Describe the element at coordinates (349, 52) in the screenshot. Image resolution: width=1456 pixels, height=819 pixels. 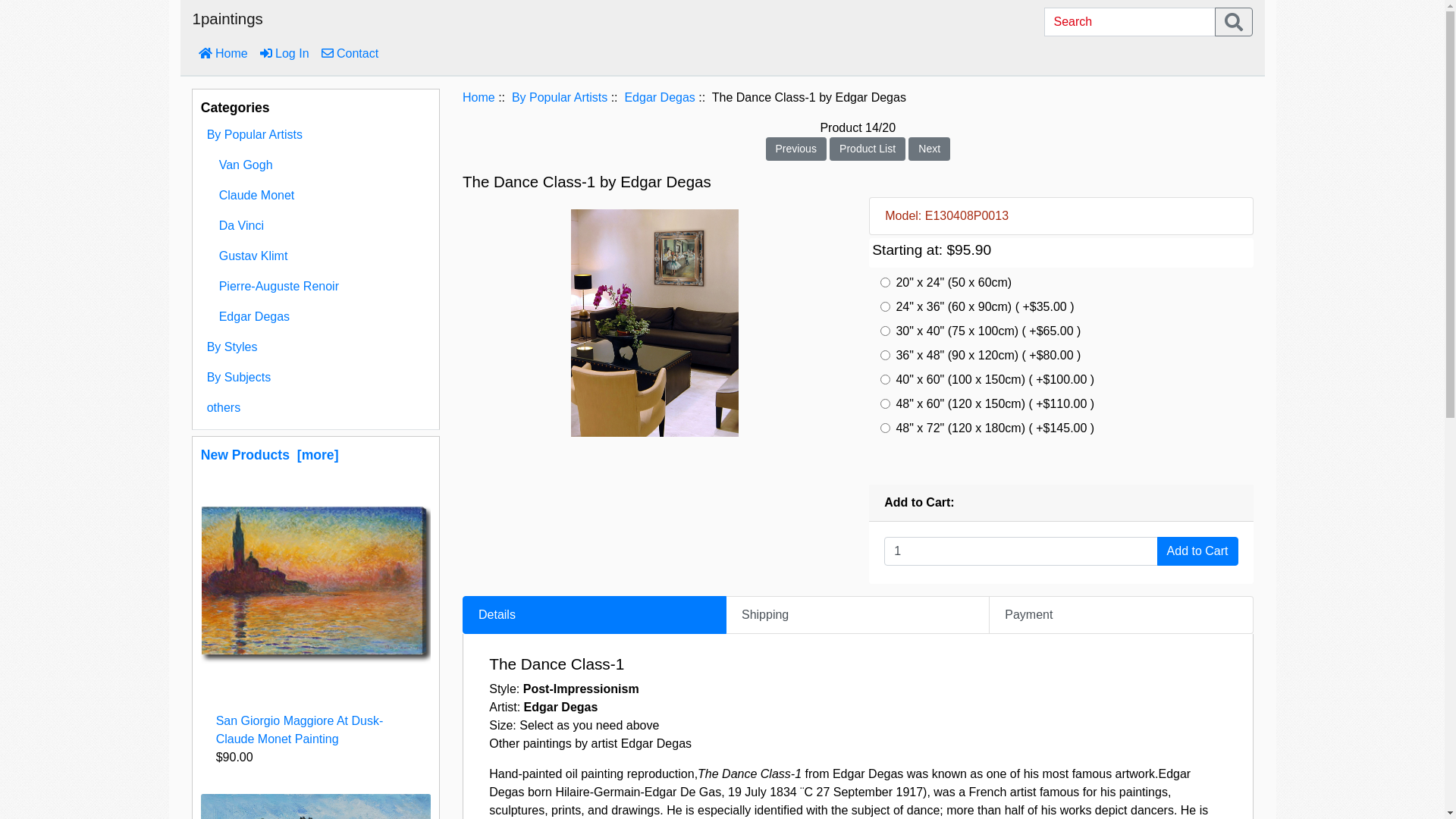
I see `'Contact'` at that location.